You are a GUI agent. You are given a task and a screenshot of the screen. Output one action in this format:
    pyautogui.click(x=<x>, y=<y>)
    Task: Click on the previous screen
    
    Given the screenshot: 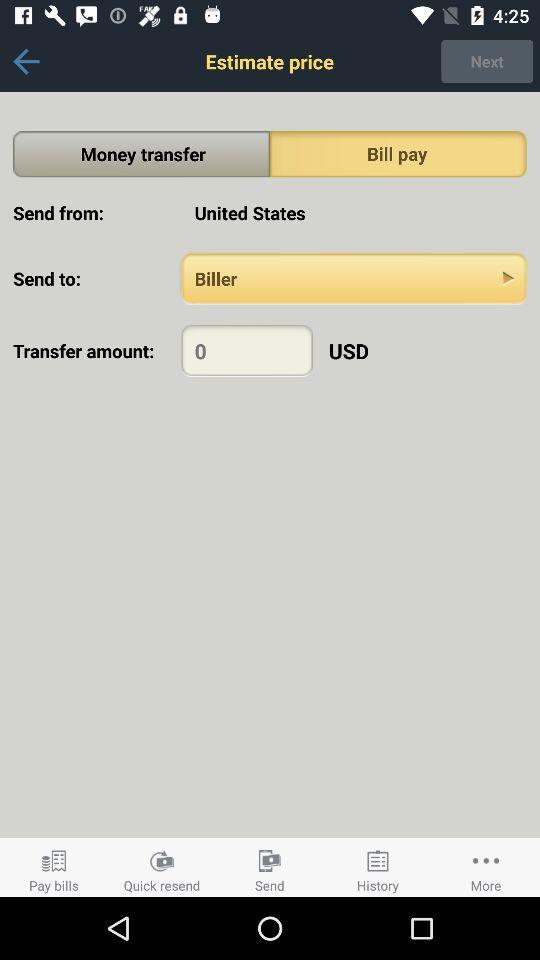 What is the action you would take?
    pyautogui.click(x=25, y=61)
    